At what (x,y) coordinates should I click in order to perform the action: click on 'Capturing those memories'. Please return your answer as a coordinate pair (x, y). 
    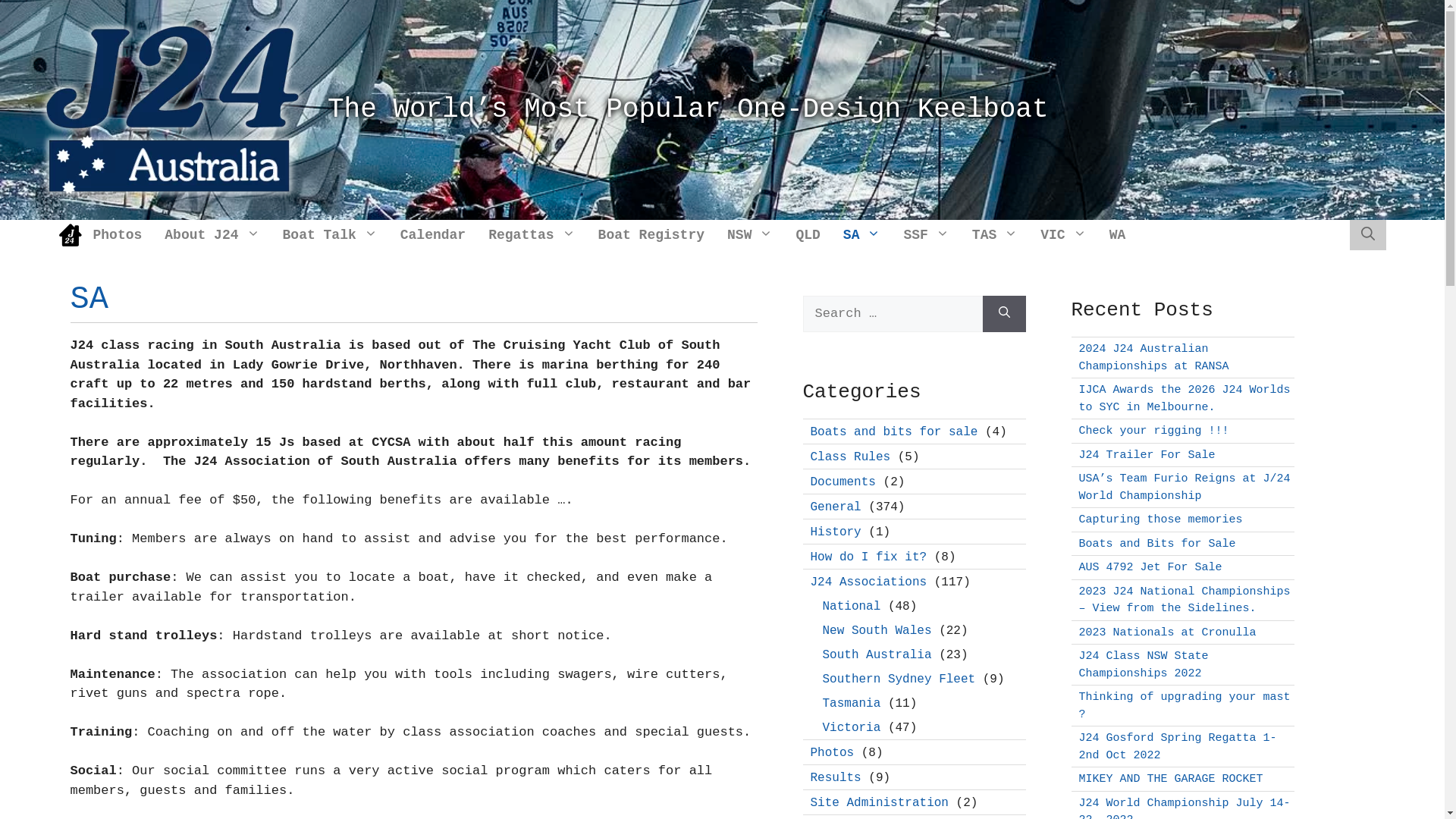
    Looking at the image, I should click on (1159, 519).